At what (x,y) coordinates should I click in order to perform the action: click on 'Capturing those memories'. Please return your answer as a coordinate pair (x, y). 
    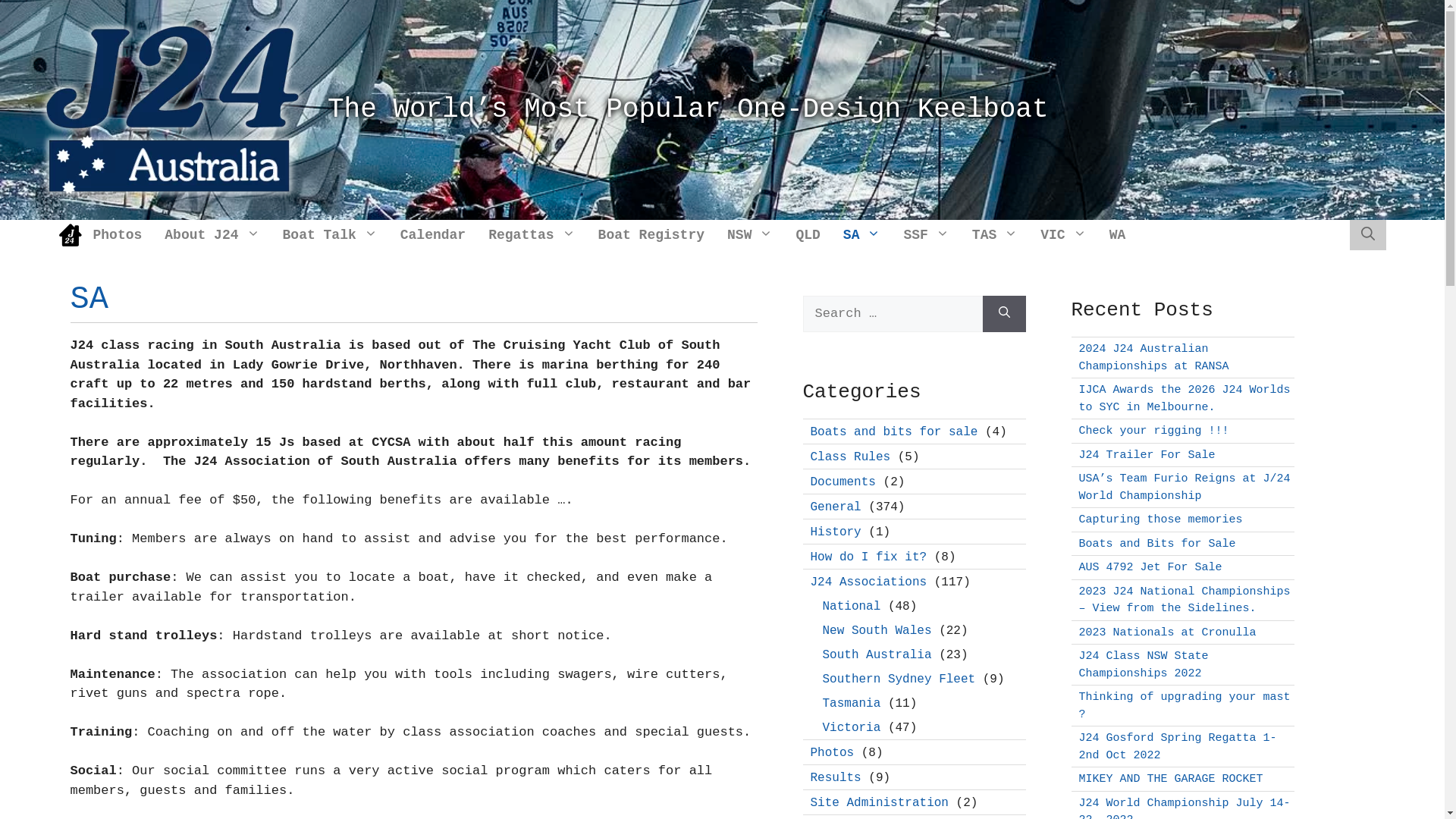
    Looking at the image, I should click on (1159, 519).